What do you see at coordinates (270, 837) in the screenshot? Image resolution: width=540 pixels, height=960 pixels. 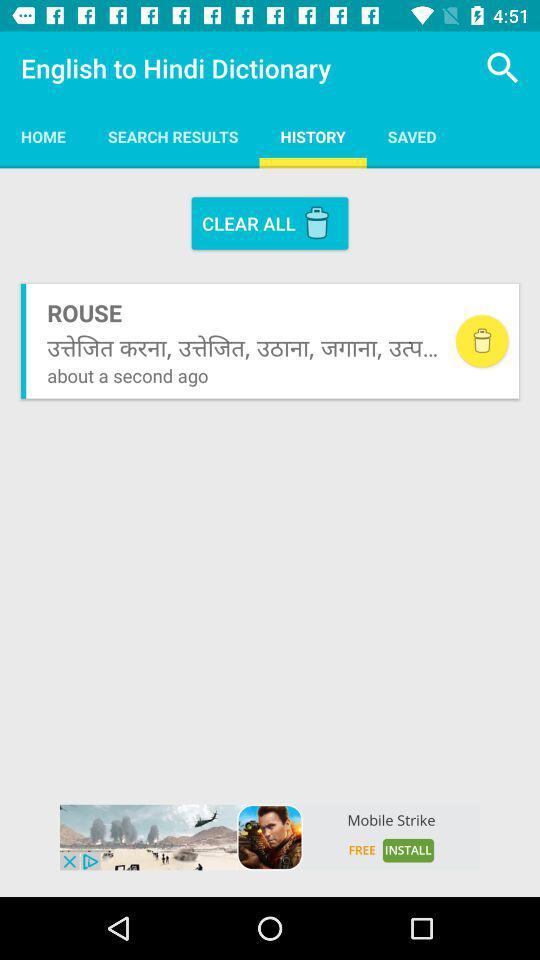 I see `mobile strike` at bounding box center [270, 837].